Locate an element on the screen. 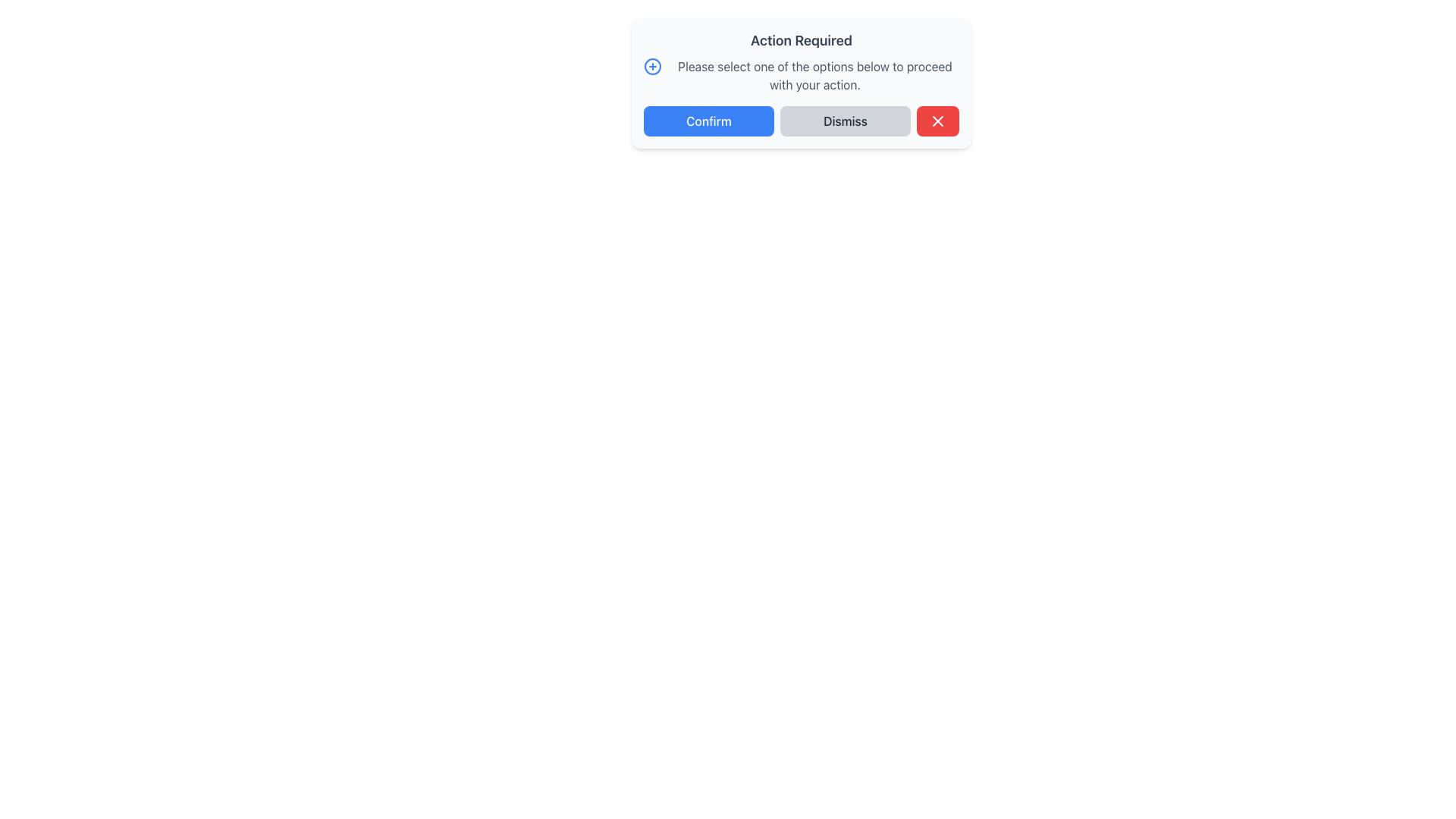  the informative text element that says 'Please select one of the options below to proceed with your action.' which is paired with a blue circular plus icon is located at coordinates (800, 76).